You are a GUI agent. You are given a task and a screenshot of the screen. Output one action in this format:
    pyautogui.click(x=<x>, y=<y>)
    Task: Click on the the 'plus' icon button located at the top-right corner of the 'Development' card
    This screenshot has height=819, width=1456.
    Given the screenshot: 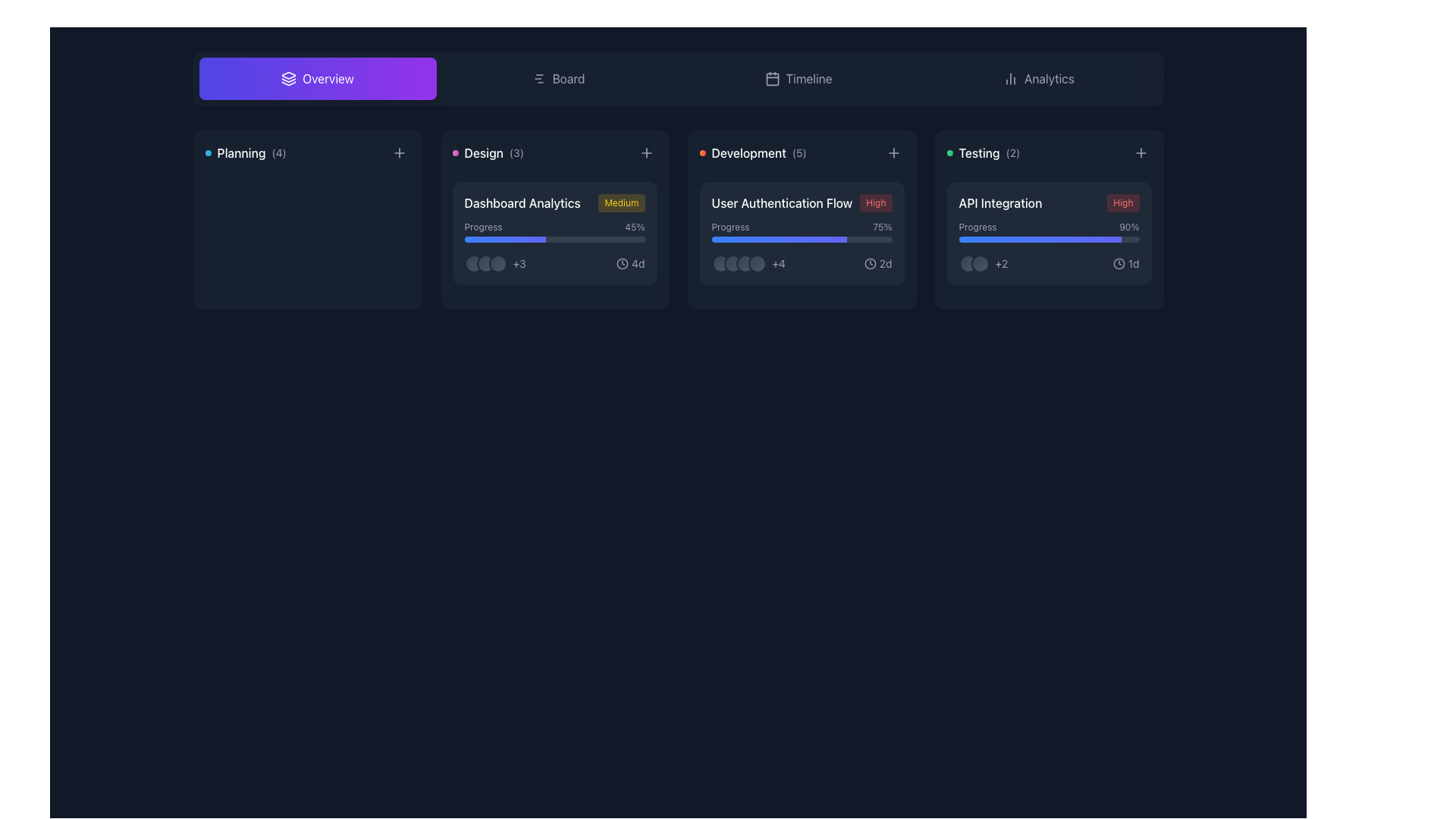 What is the action you would take?
    pyautogui.click(x=893, y=152)
    